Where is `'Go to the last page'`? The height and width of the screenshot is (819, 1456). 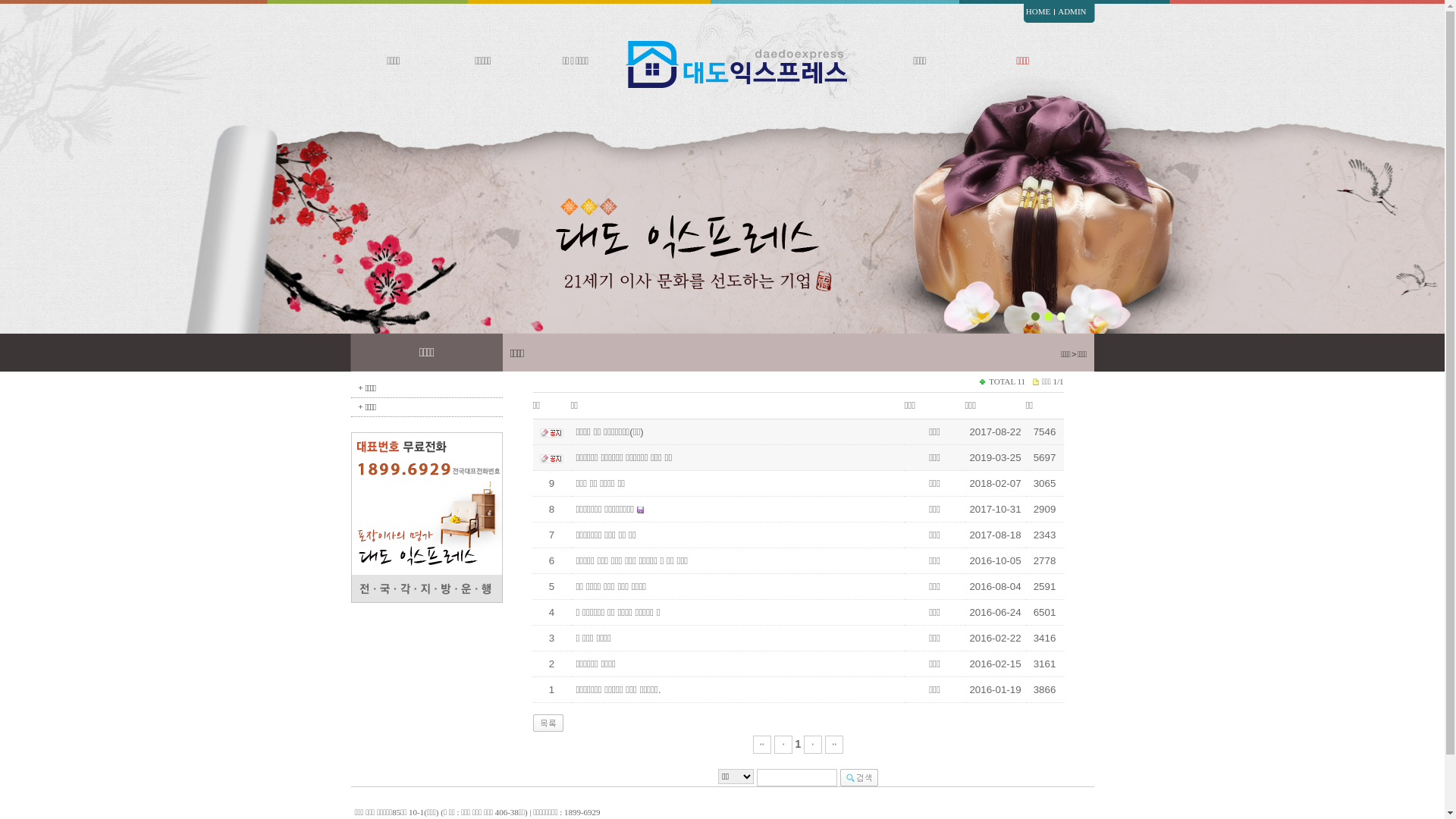 'Go to the last page' is located at coordinates (833, 742).